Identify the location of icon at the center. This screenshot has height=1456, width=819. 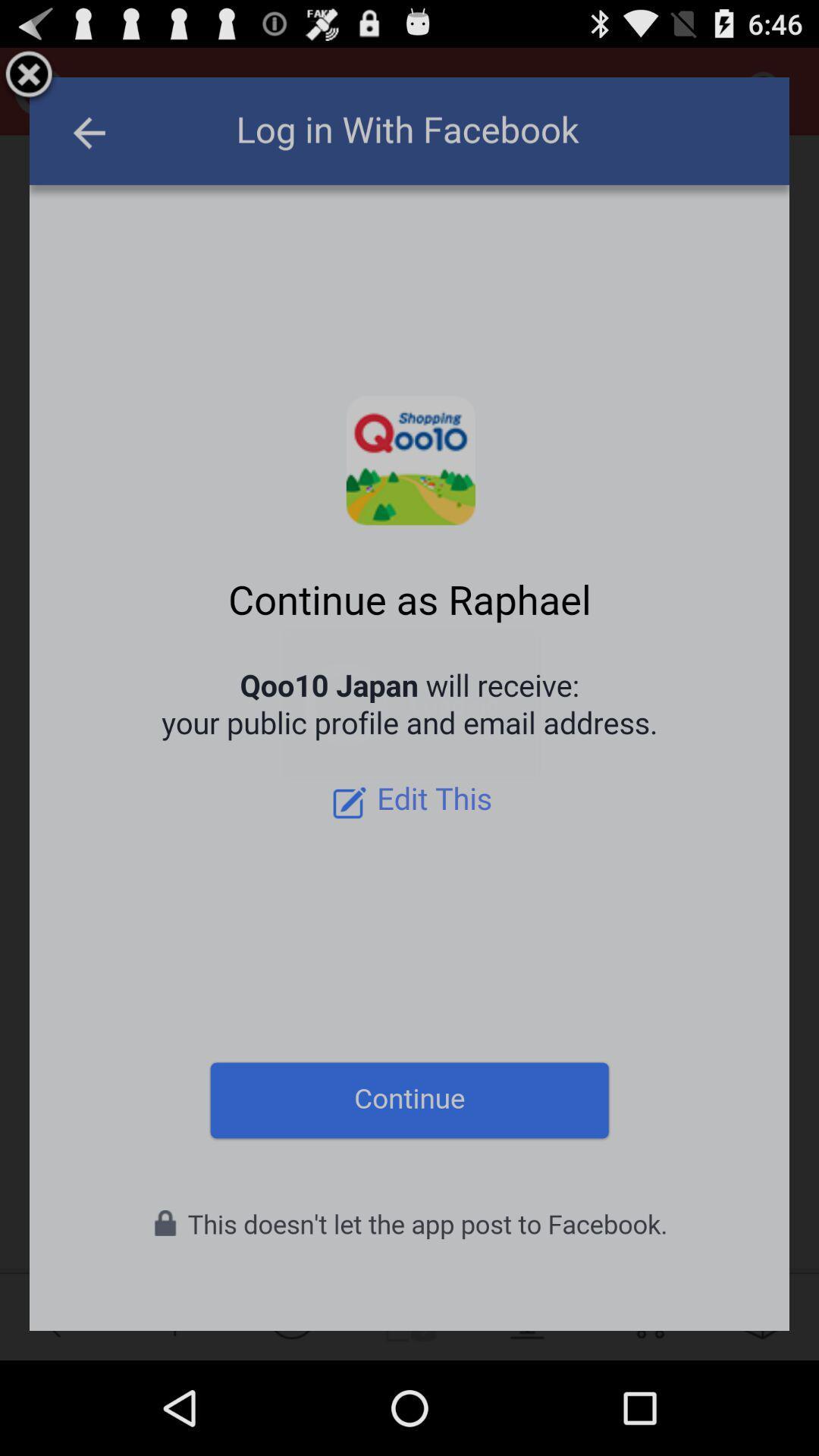
(409, 703).